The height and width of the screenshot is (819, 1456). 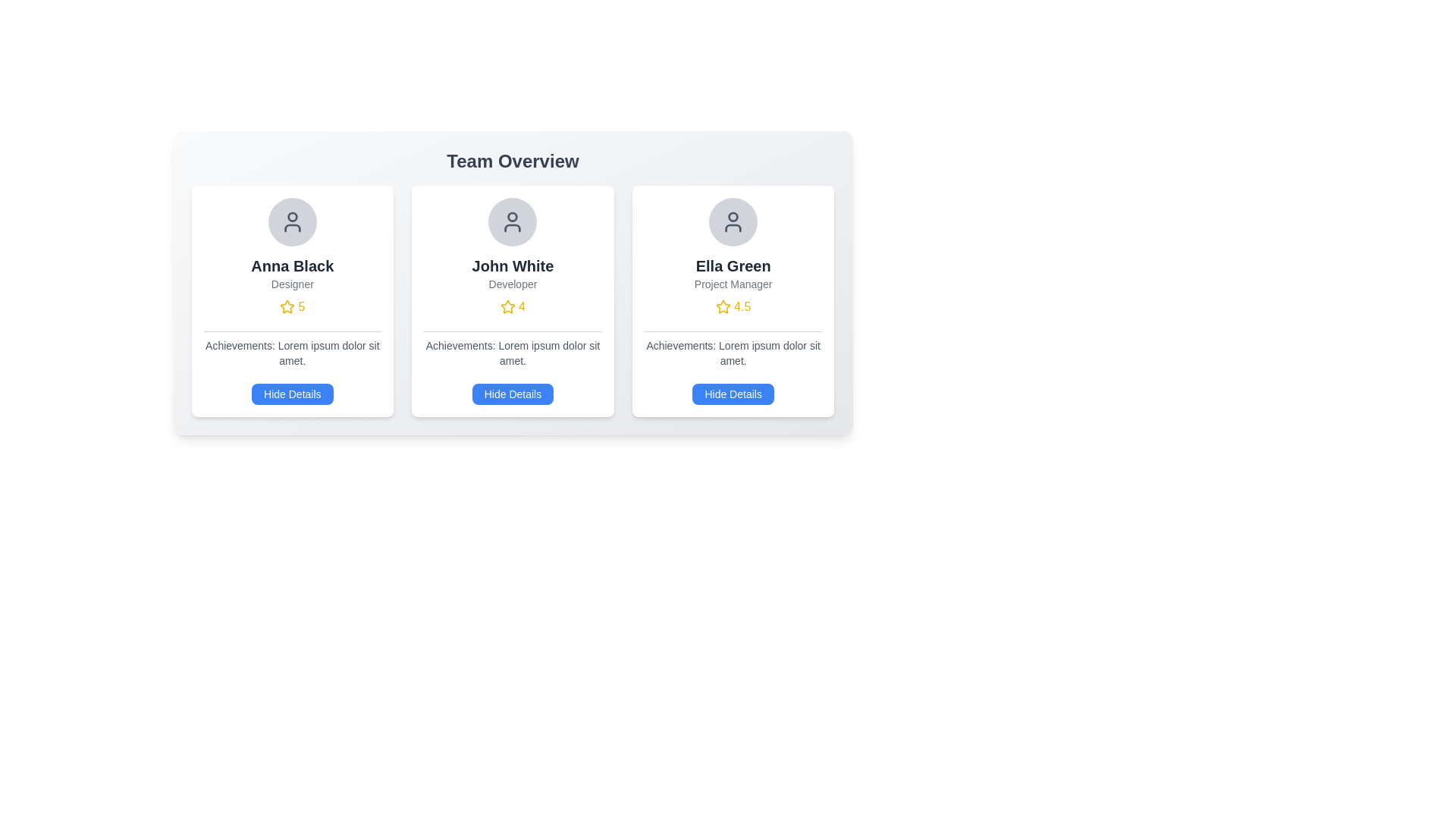 What do you see at coordinates (508, 306) in the screenshot?
I see `the star-shaped icon with a golden-yellow outline located in the third card of team members, beneath 'Ella Green' and above the rating value '4.5'` at bounding box center [508, 306].